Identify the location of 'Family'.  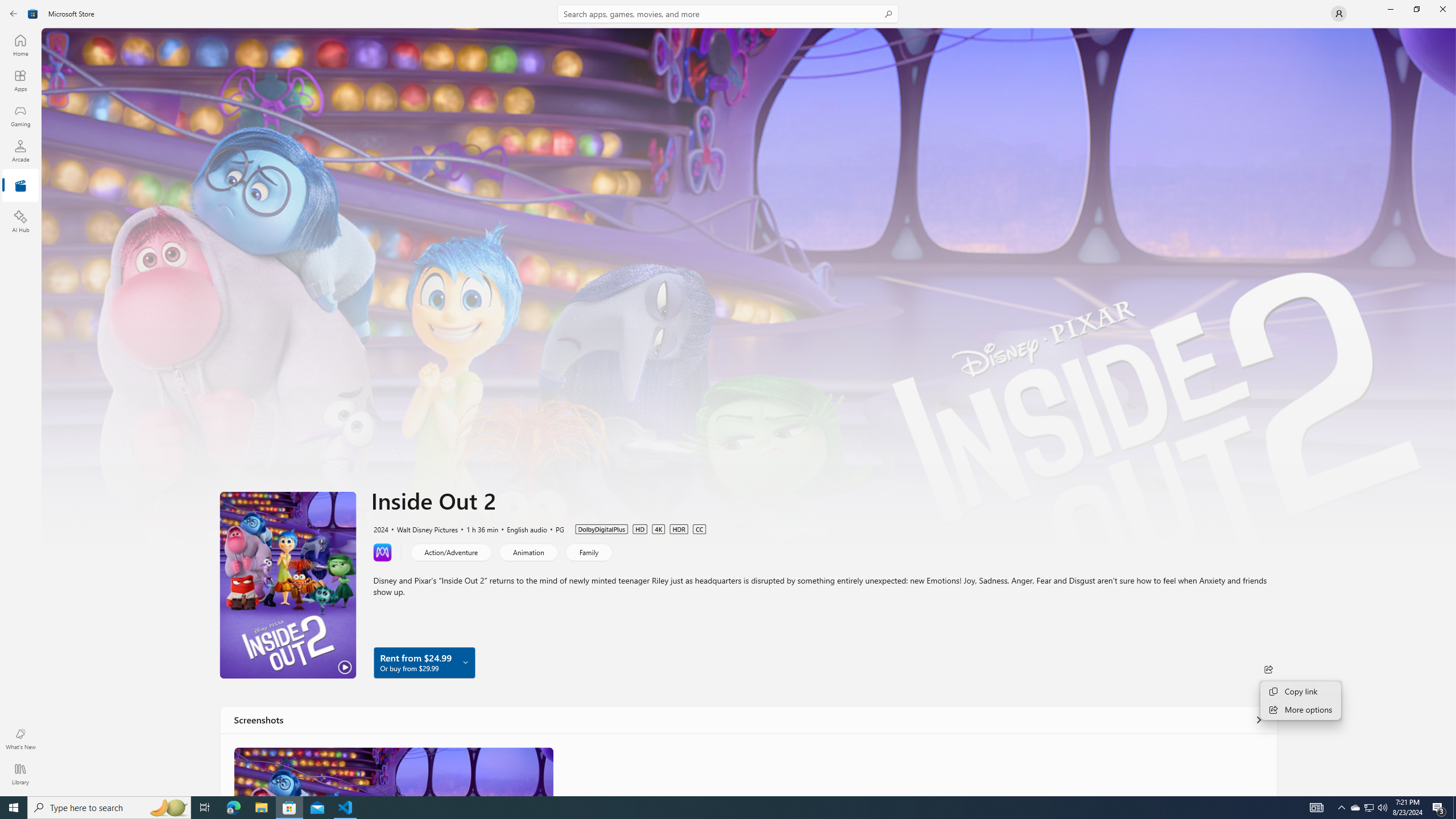
(588, 551).